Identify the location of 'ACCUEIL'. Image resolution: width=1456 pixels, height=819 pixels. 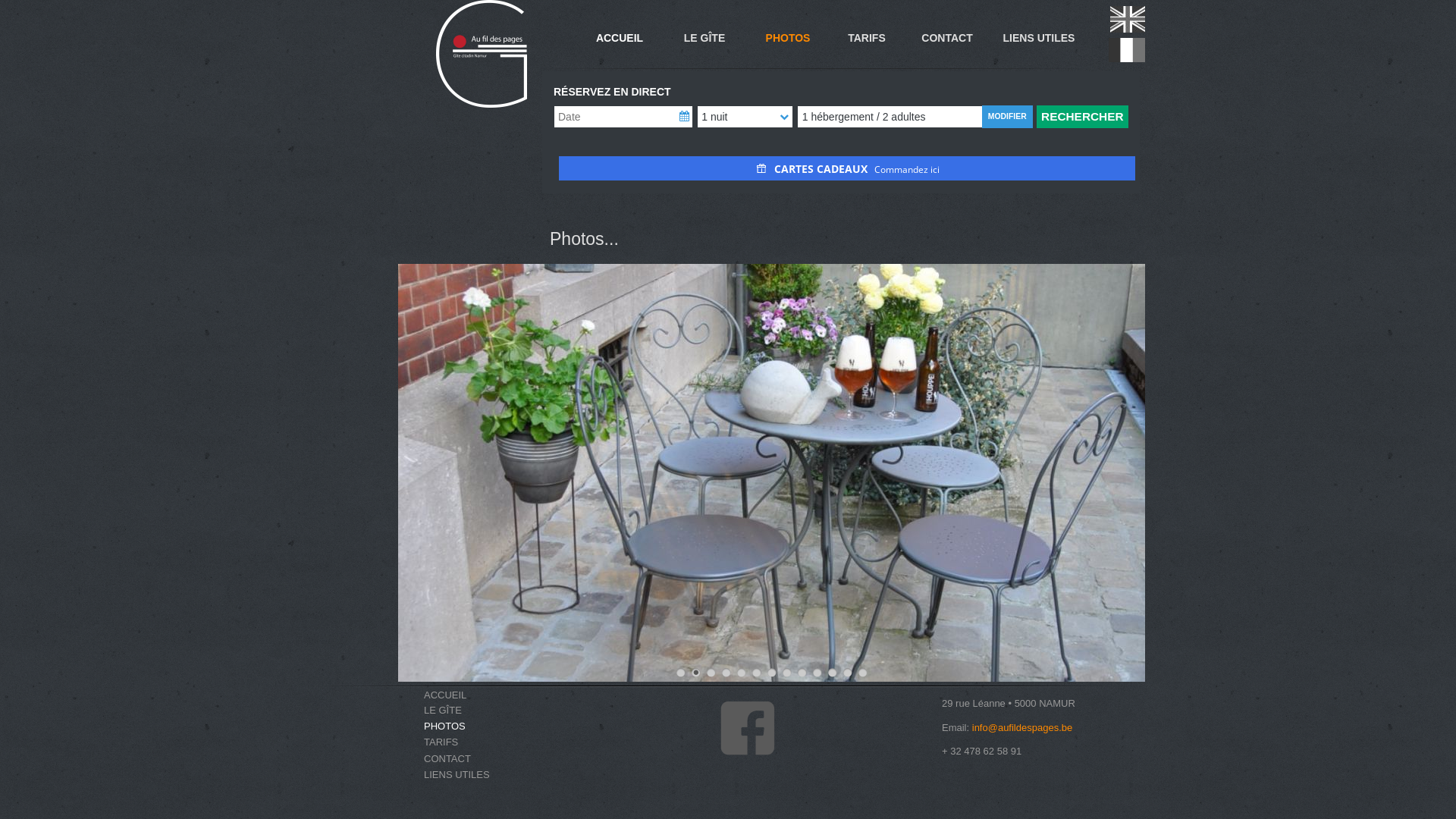
(472, 694).